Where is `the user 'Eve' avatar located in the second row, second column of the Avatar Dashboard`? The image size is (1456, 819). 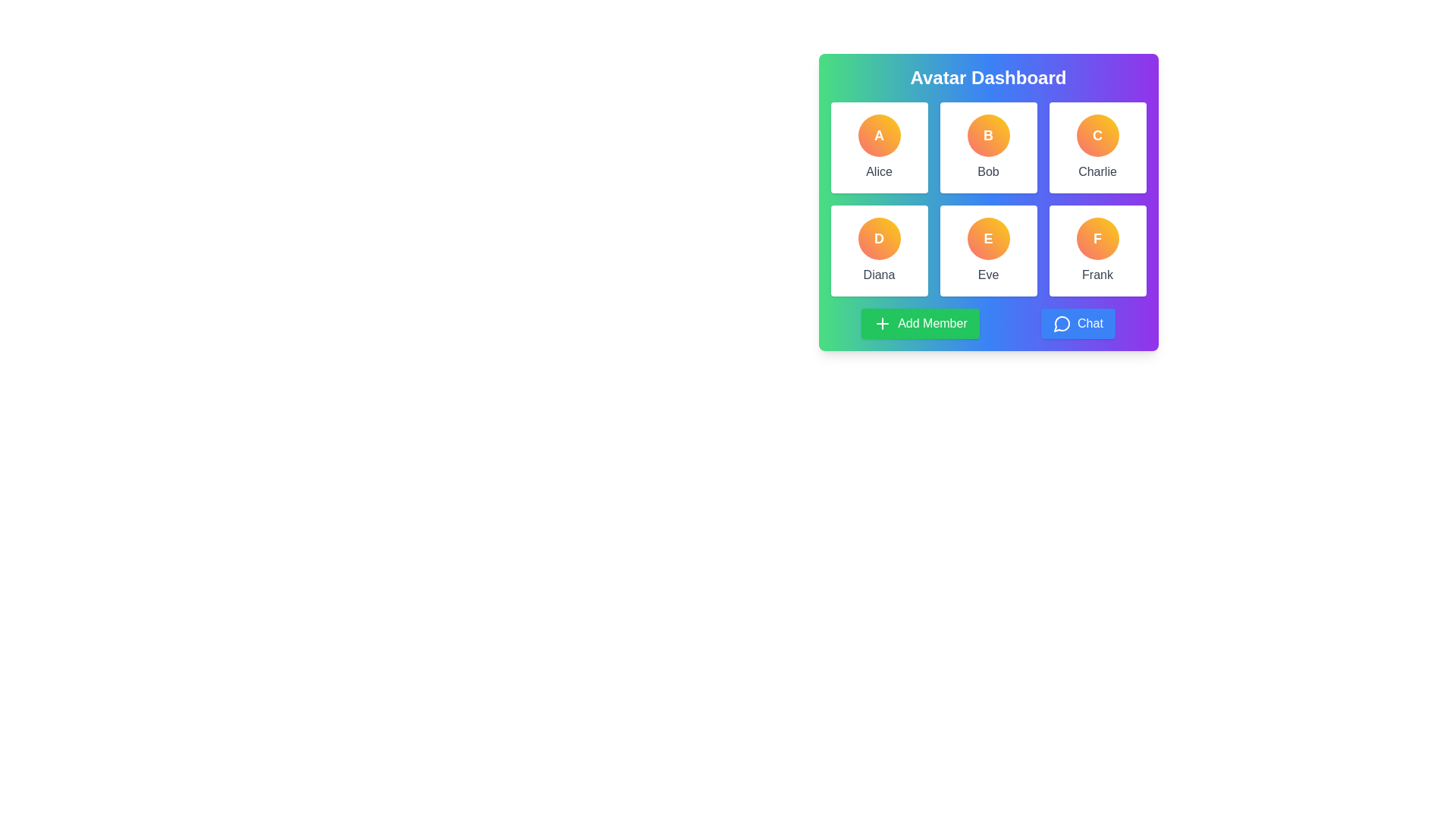
the user 'Eve' avatar located in the second row, second column of the Avatar Dashboard is located at coordinates (988, 239).